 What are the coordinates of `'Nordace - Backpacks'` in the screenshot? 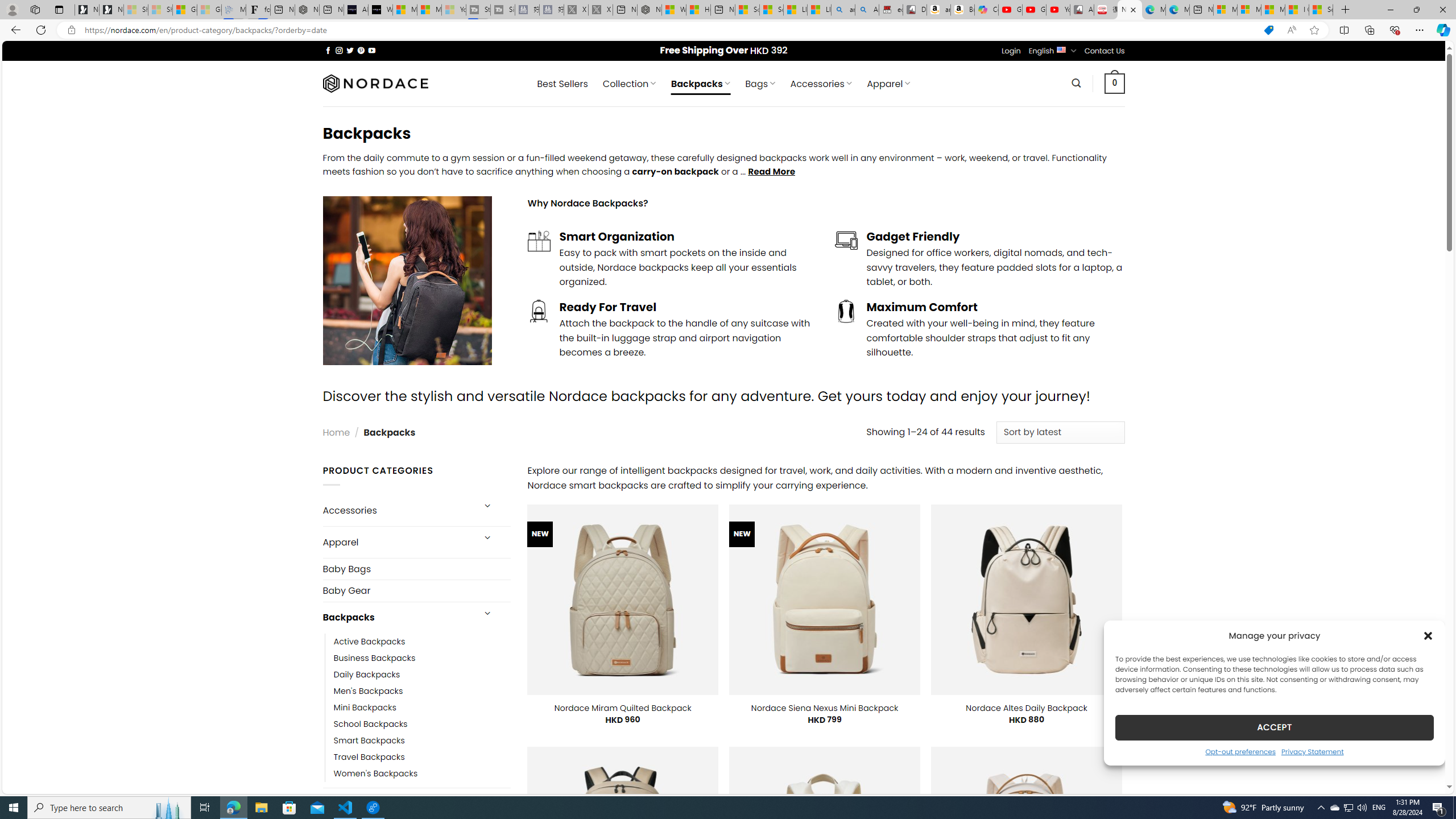 It's located at (1129, 9).